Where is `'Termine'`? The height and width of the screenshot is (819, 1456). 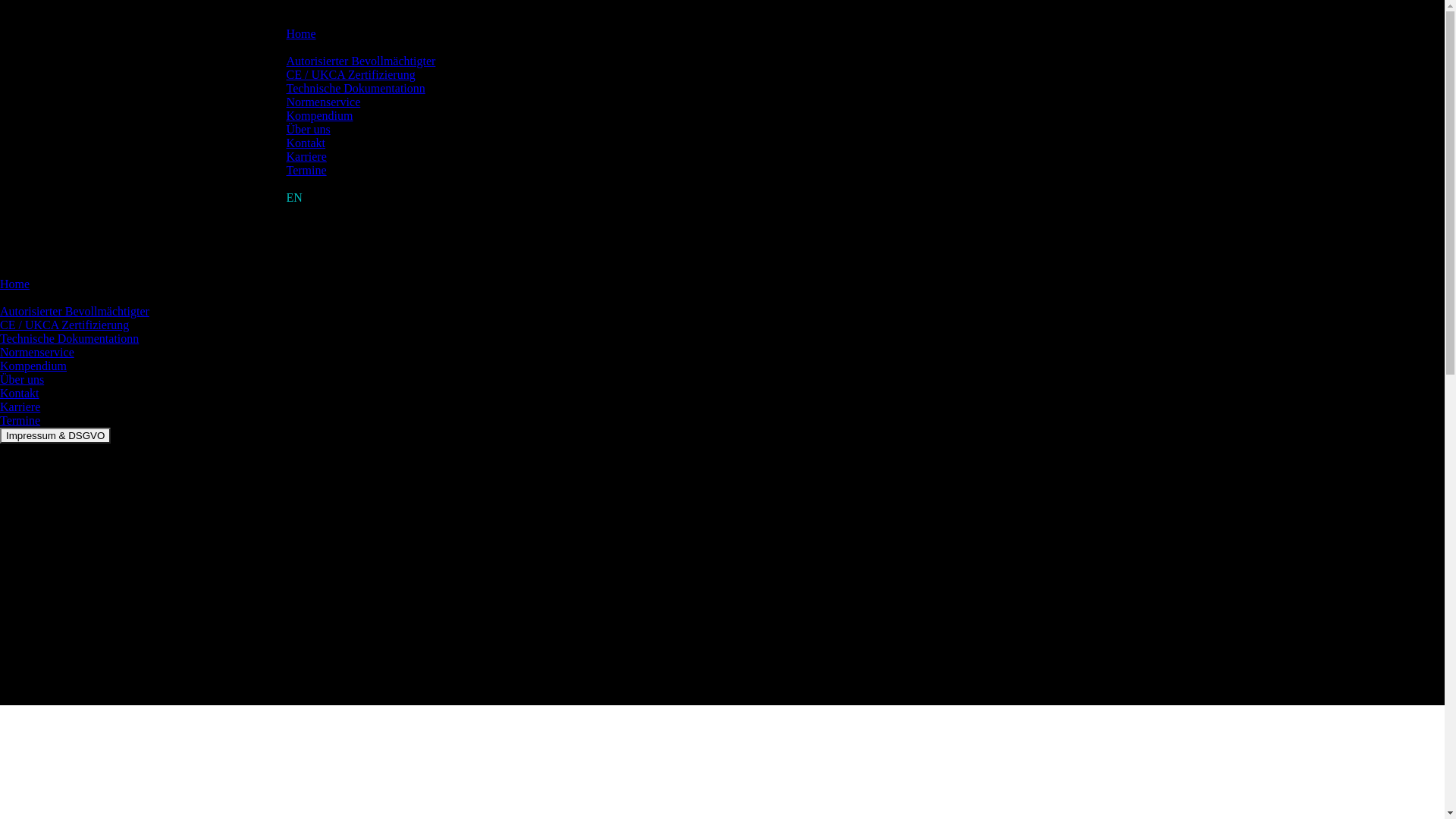
'Termine' is located at coordinates (20, 420).